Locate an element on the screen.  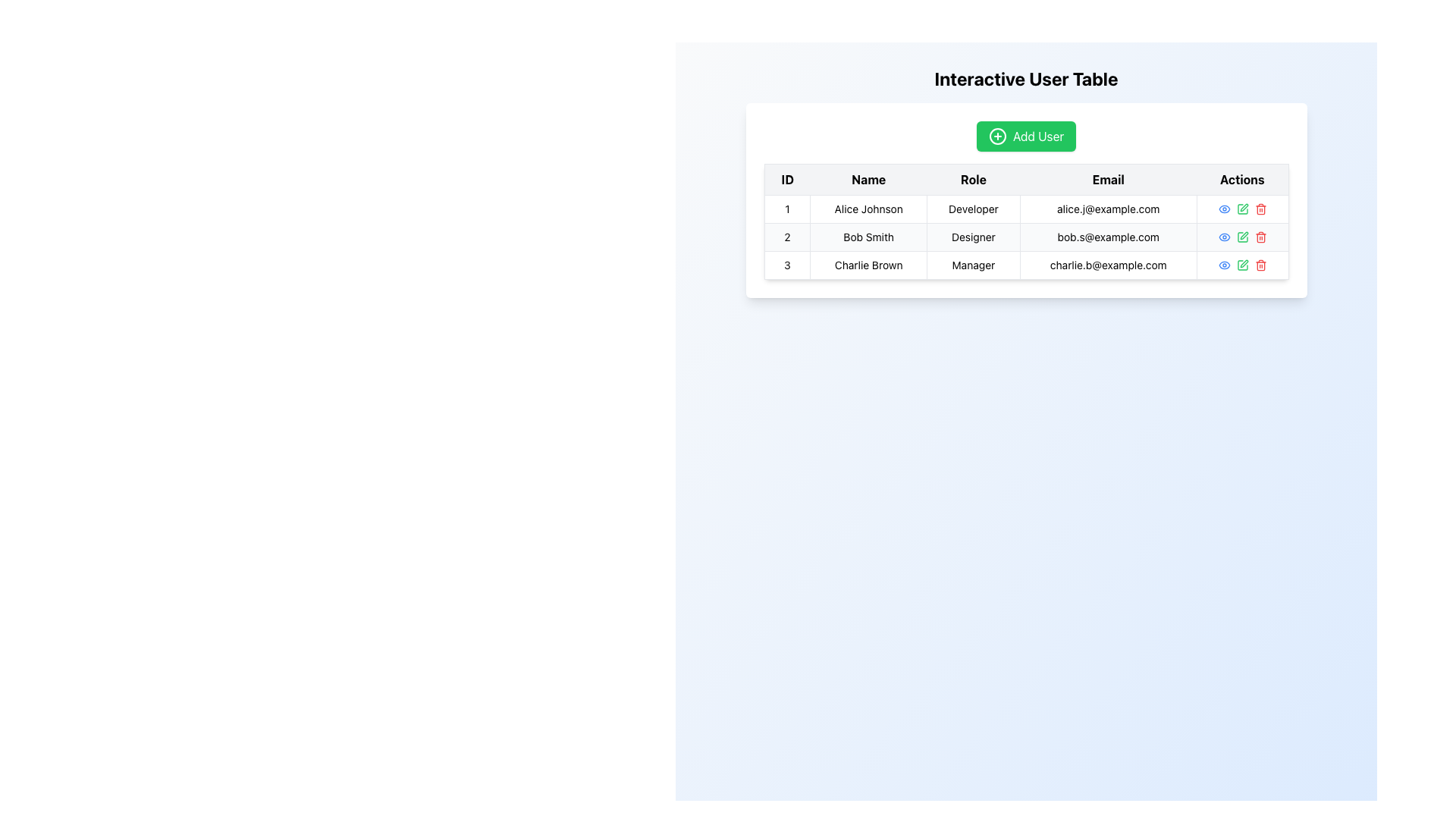
the text element displaying 'Developer' located in the 'Role' column of the table, which is the third column in the first row under the header labeled 'Role' is located at coordinates (973, 209).